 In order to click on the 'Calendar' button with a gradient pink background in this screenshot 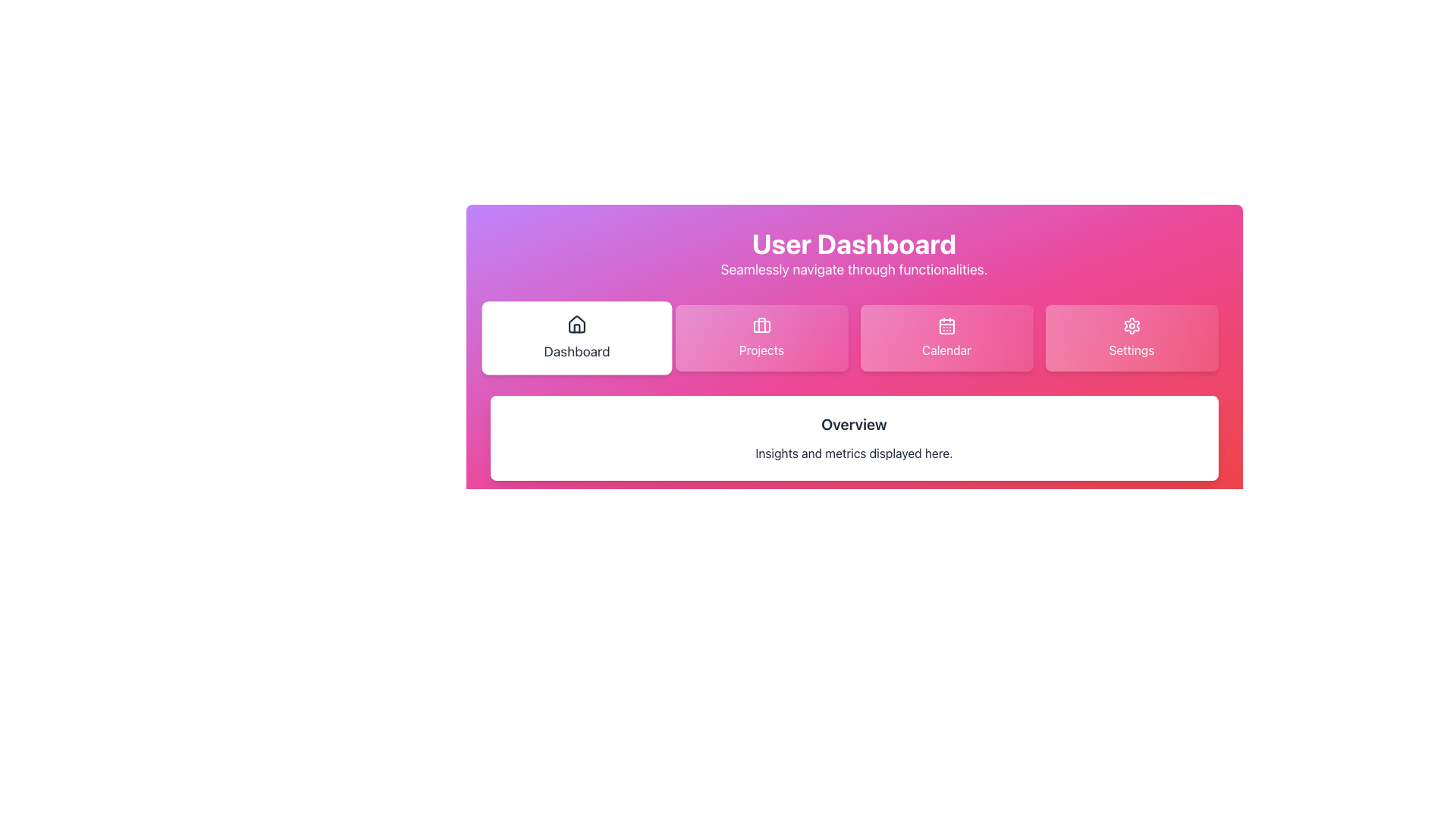, I will do `click(946, 337)`.